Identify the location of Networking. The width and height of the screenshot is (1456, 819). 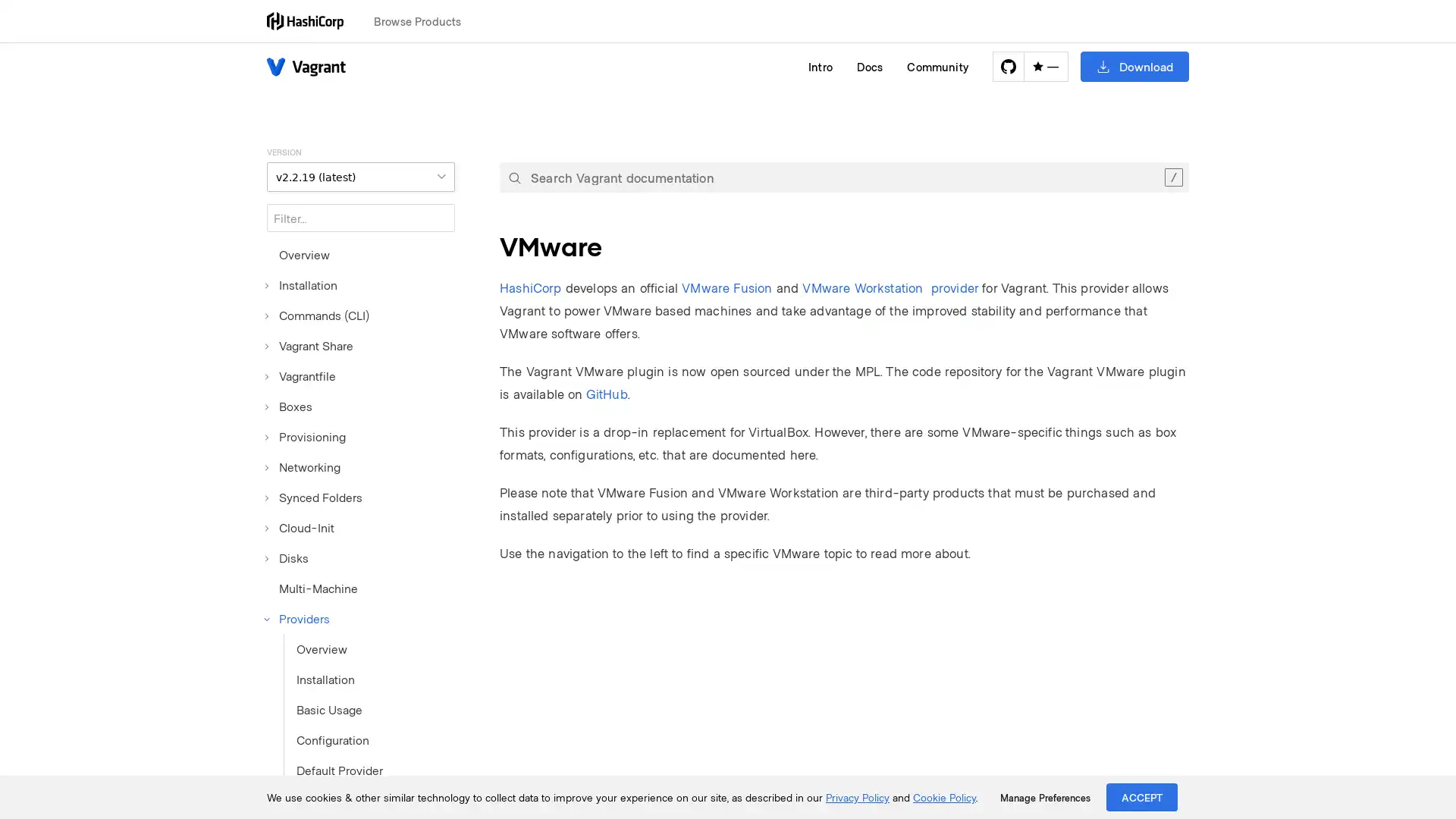
(303, 466).